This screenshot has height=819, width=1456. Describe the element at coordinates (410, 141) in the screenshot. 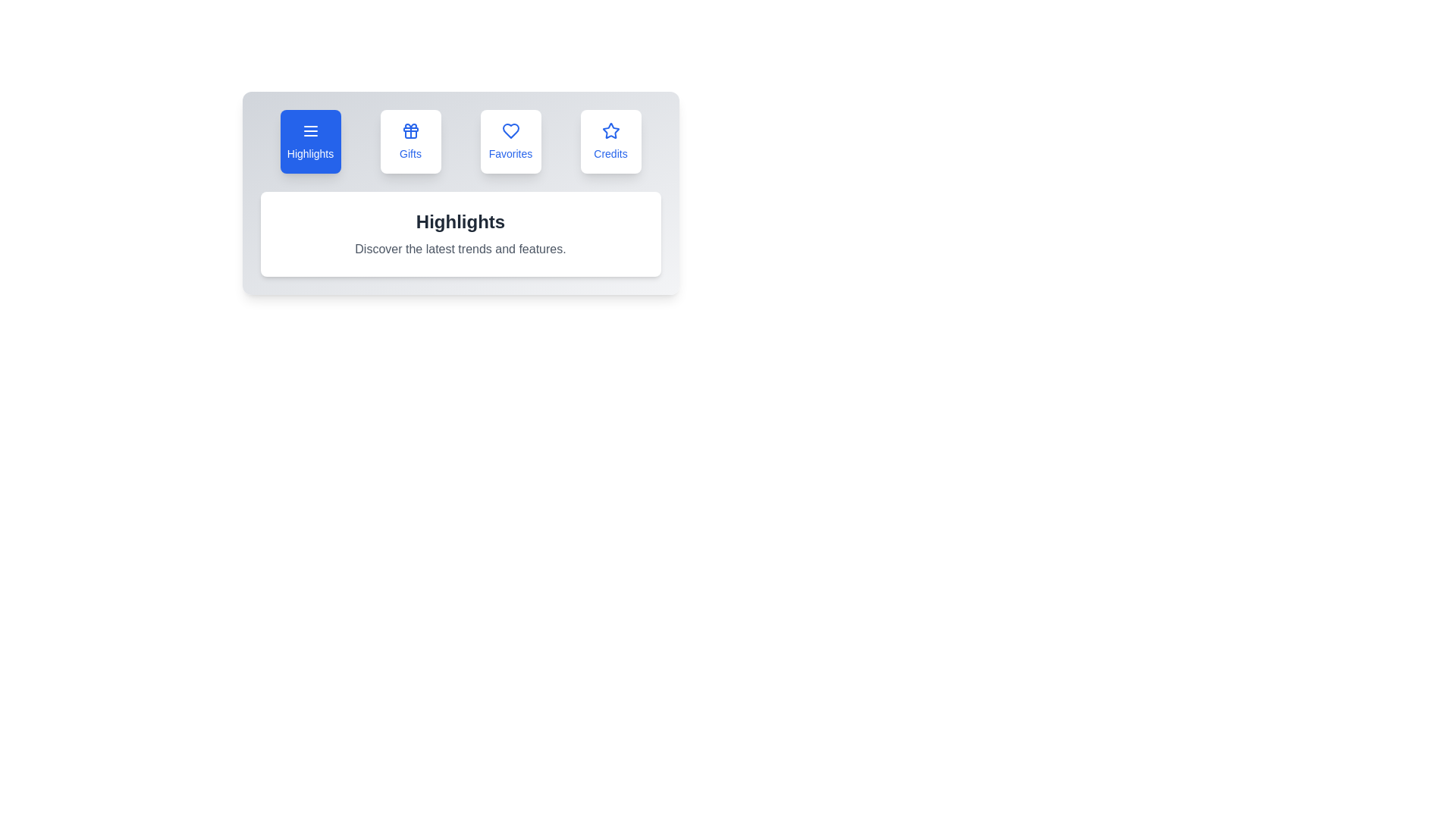

I see `the tab labeled Gifts` at that location.